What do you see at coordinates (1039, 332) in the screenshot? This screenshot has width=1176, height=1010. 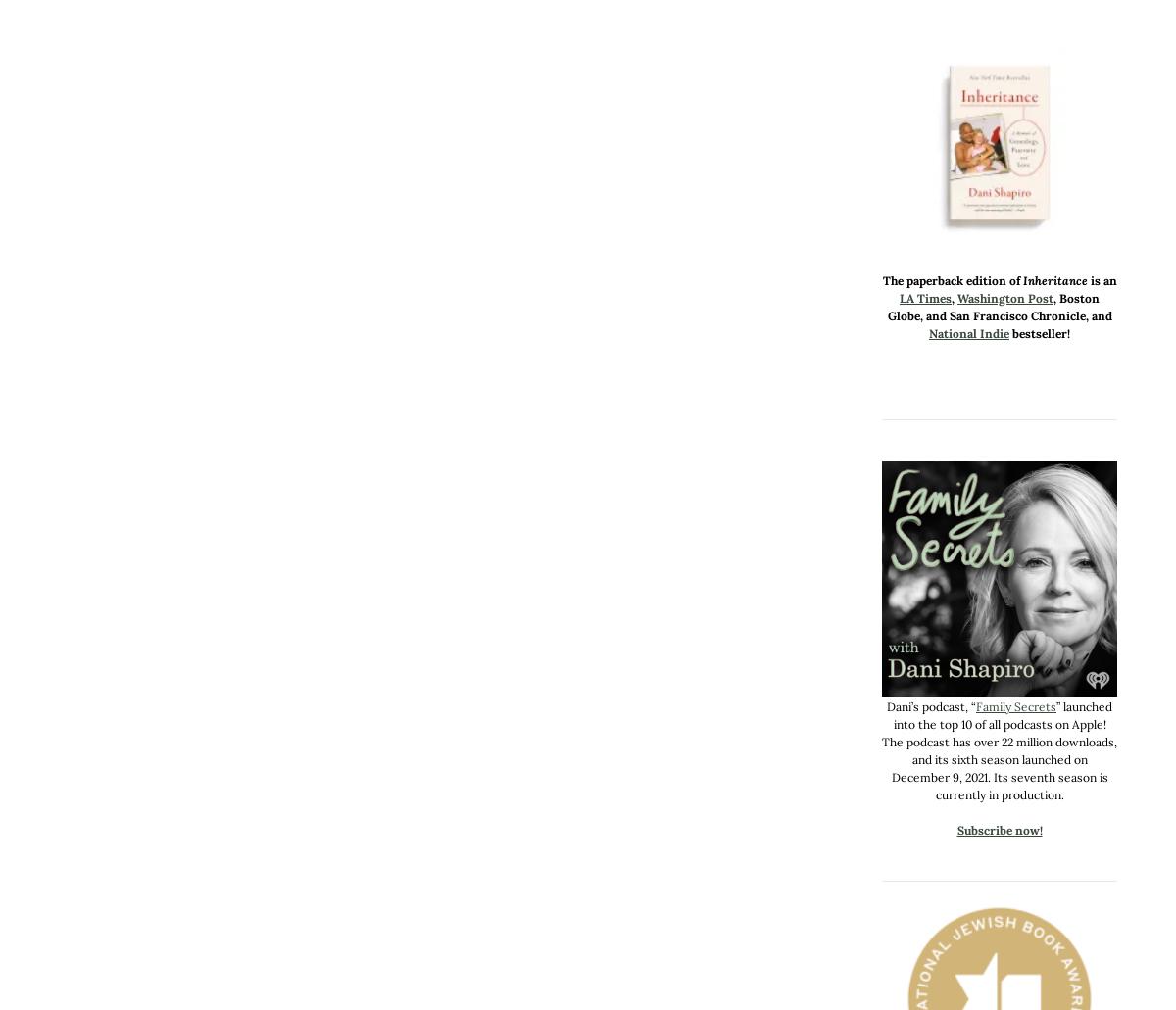 I see `'bestseller!'` at bounding box center [1039, 332].